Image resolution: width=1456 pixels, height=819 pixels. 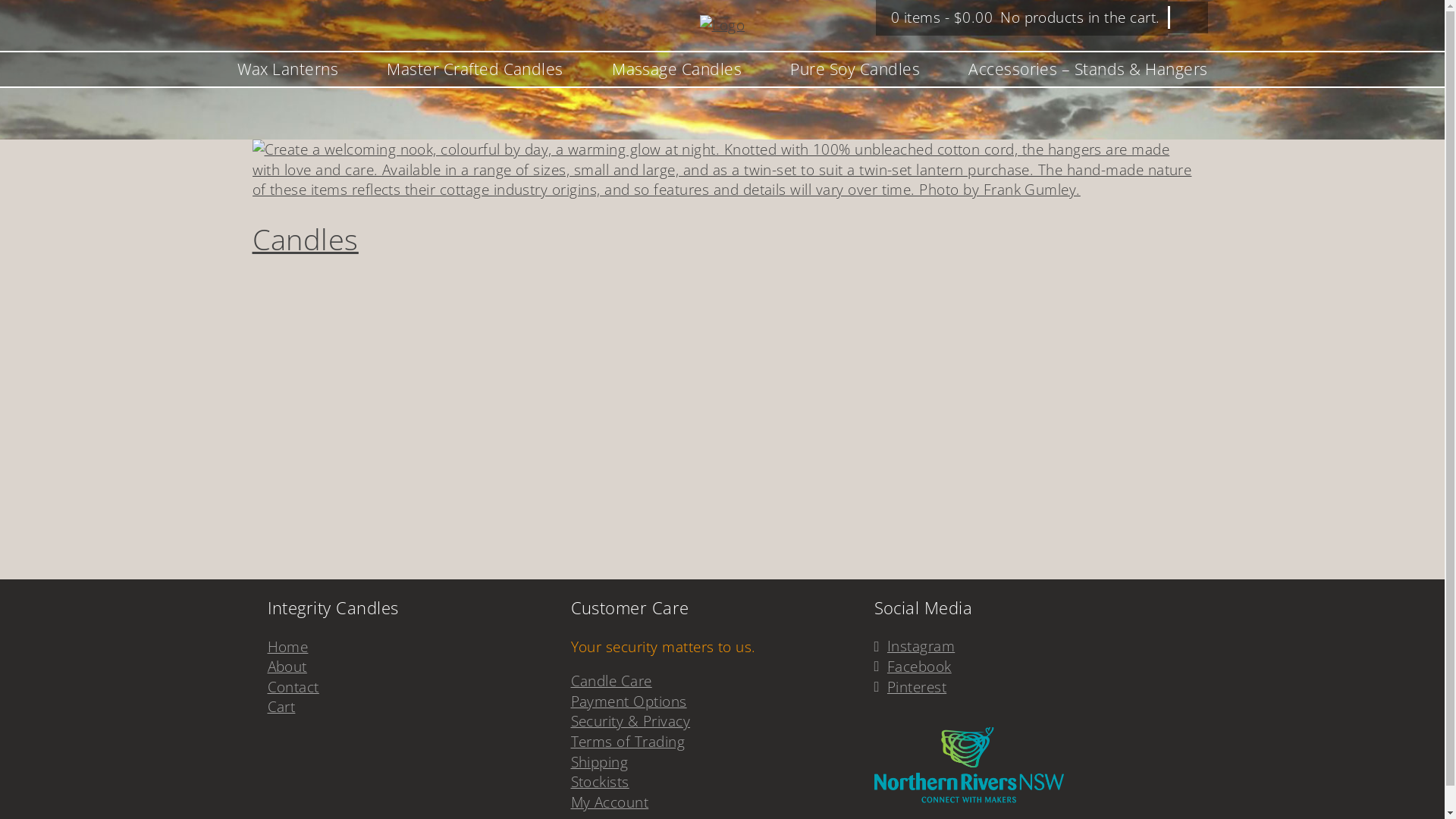 What do you see at coordinates (629, 720) in the screenshot?
I see `'Security & Privacy'` at bounding box center [629, 720].